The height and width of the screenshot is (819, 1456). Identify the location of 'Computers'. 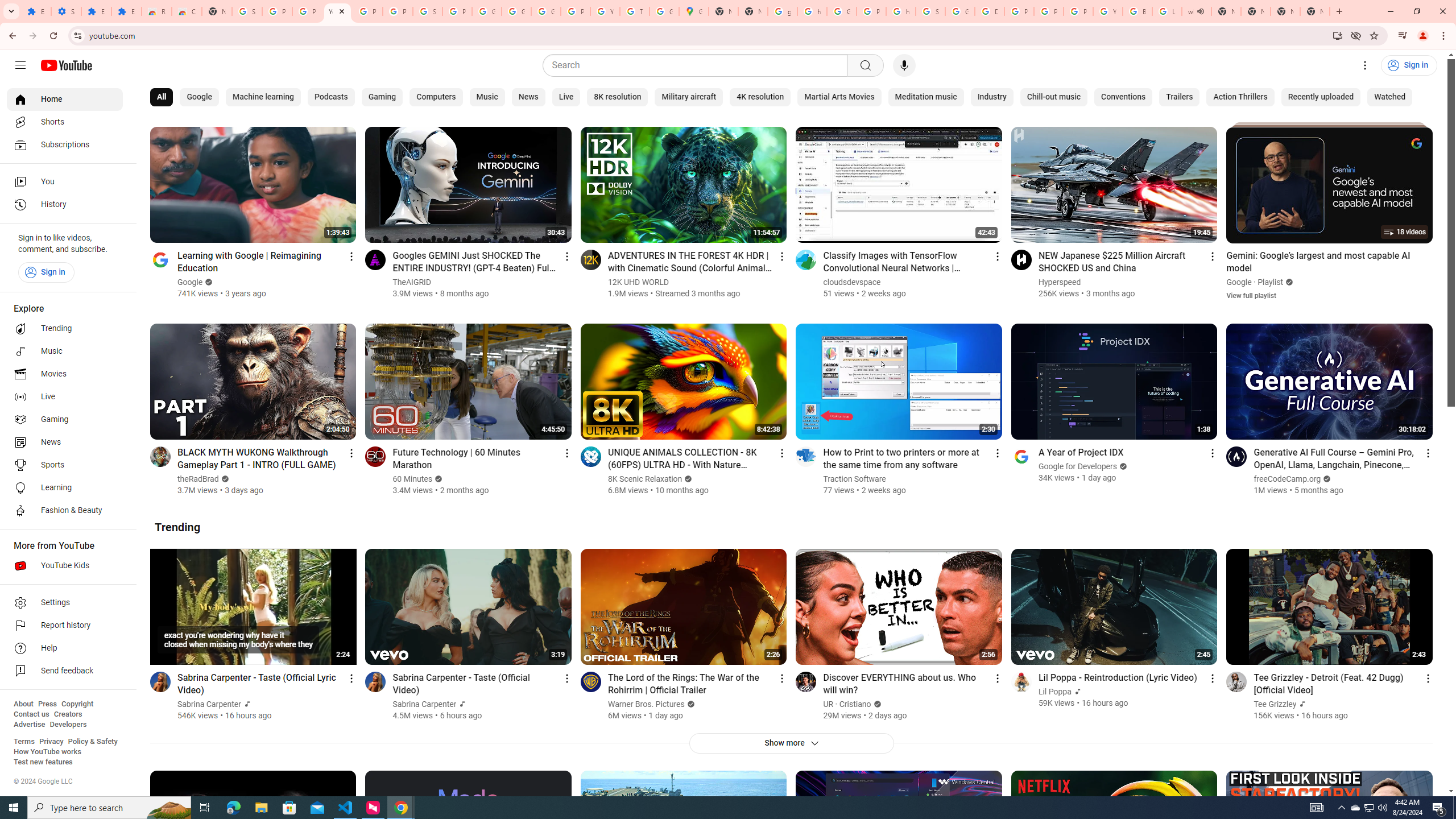
(436, 97).